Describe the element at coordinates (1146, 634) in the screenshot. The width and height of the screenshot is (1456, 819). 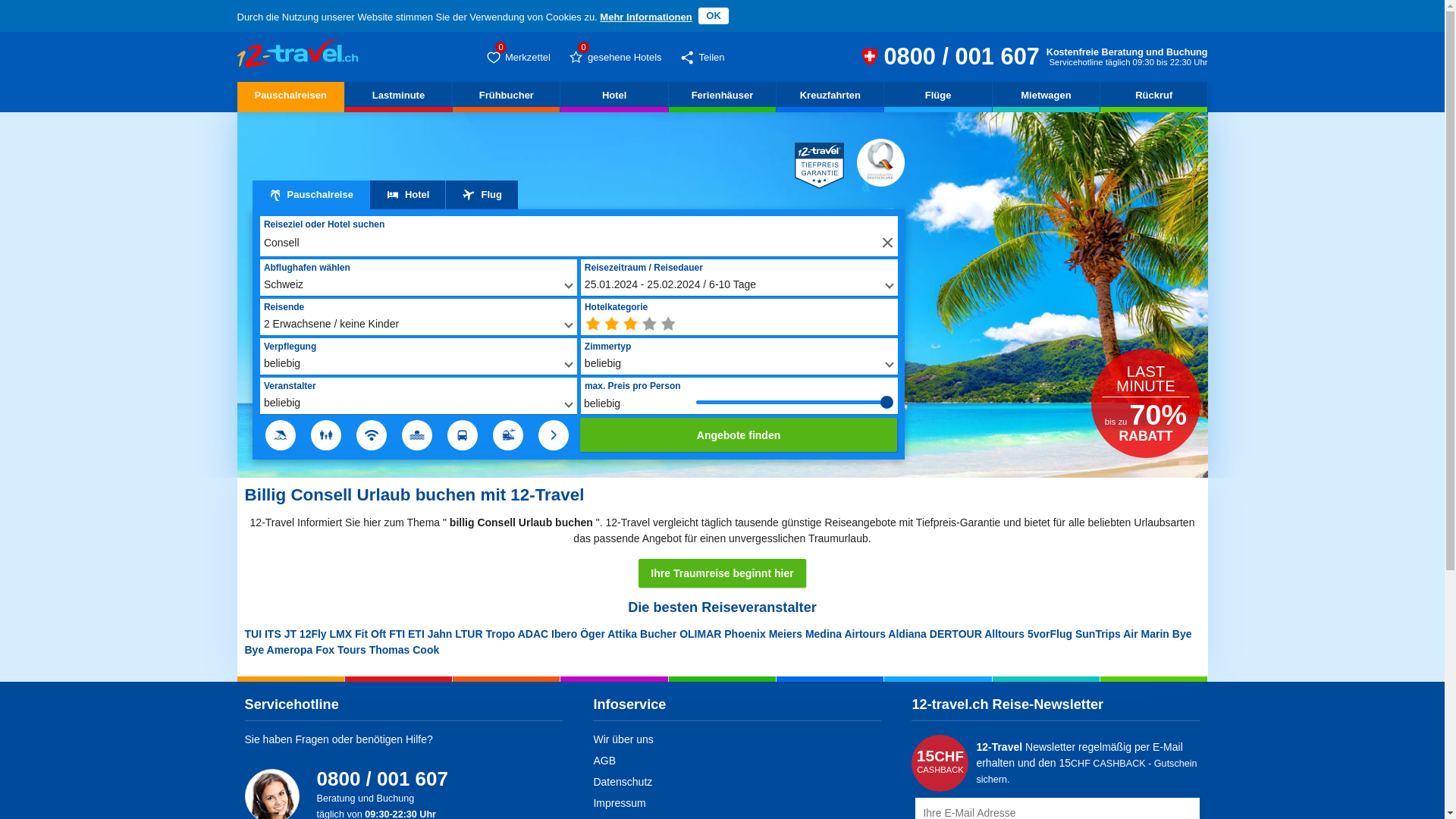
I see `'Air Marin'` at that location.